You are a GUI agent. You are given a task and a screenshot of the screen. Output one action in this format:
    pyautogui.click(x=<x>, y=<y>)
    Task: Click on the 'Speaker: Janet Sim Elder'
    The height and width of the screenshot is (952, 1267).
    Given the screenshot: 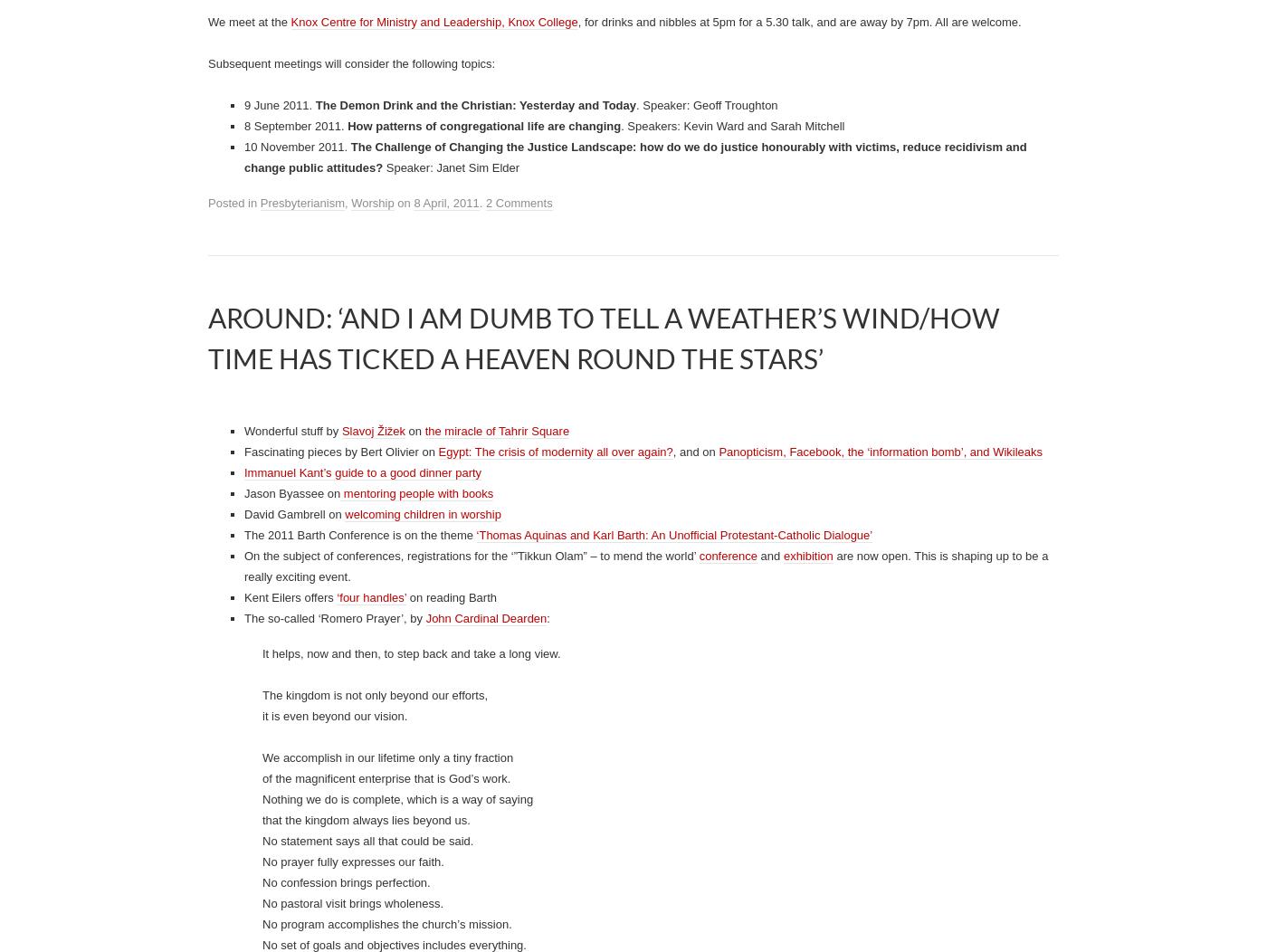 What is the action you would take?
    pyautogui.click(x=451, y=861)
    